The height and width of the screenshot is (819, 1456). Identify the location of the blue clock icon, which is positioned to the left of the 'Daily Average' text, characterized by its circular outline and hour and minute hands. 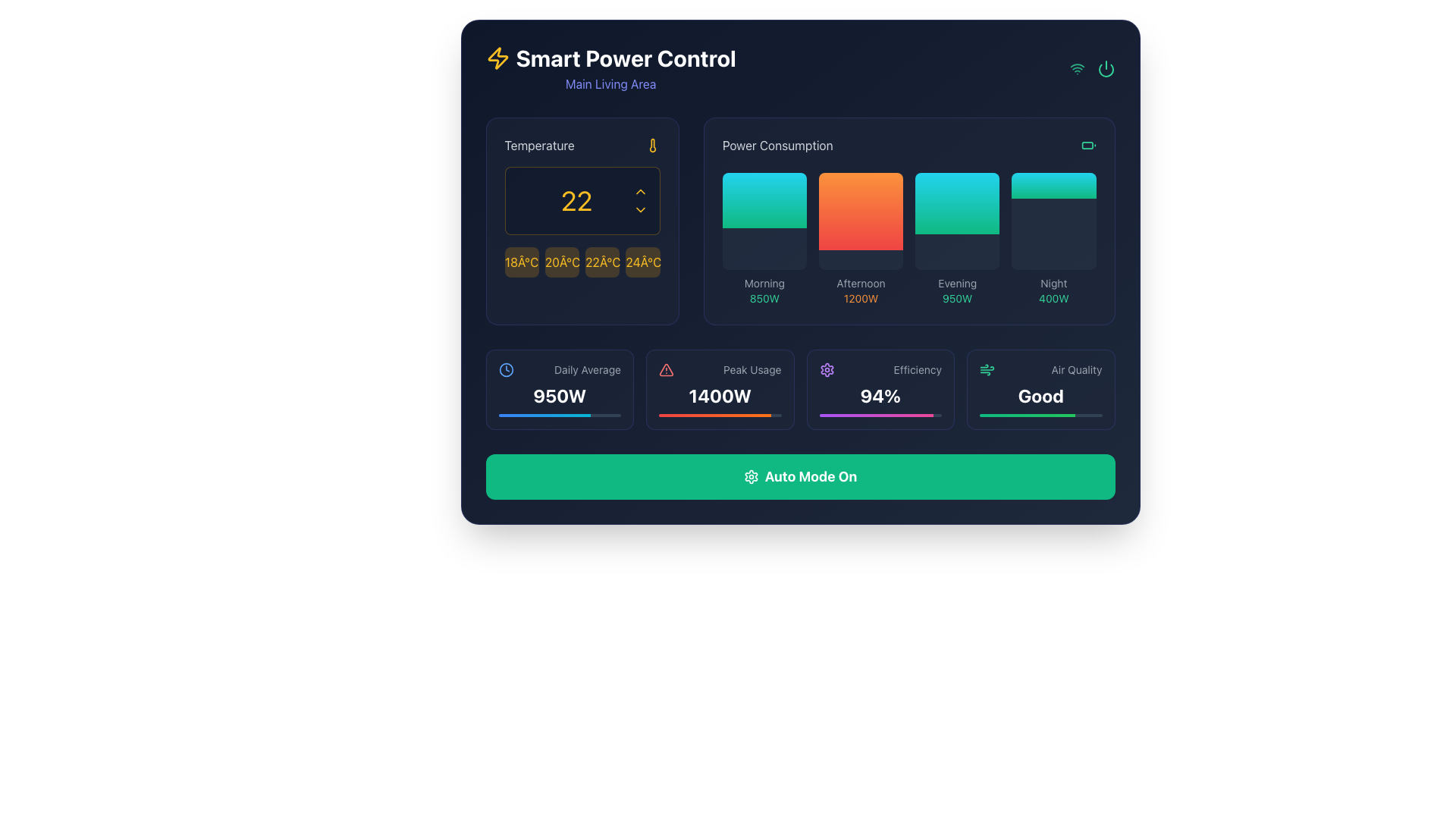
(506, 370).